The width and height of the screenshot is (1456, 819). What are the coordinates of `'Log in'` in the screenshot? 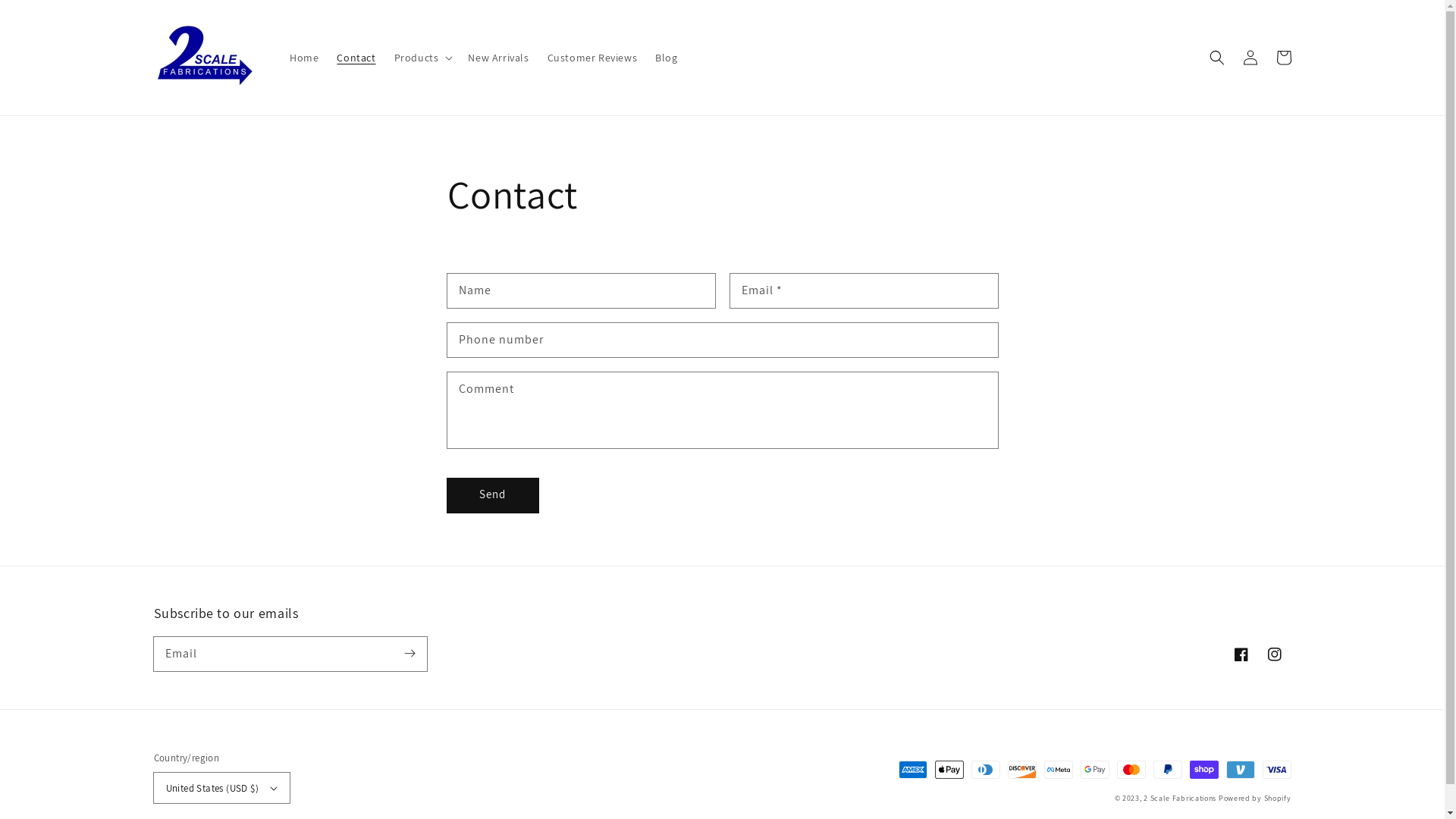 It's located at (1233, 57).